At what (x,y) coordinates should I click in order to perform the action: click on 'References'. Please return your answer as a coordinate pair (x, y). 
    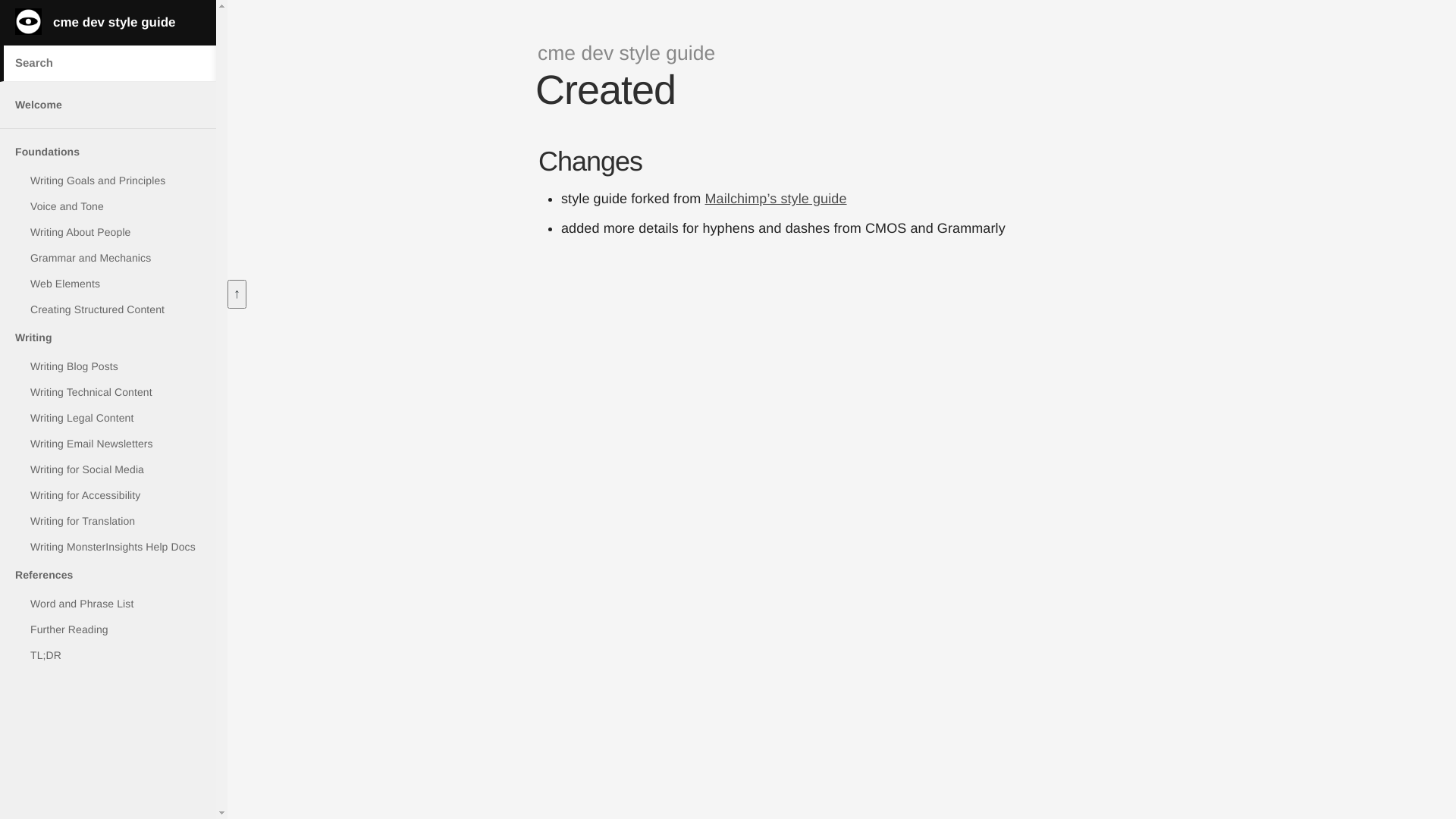
    Looking at the image, I should click on (107, 575).